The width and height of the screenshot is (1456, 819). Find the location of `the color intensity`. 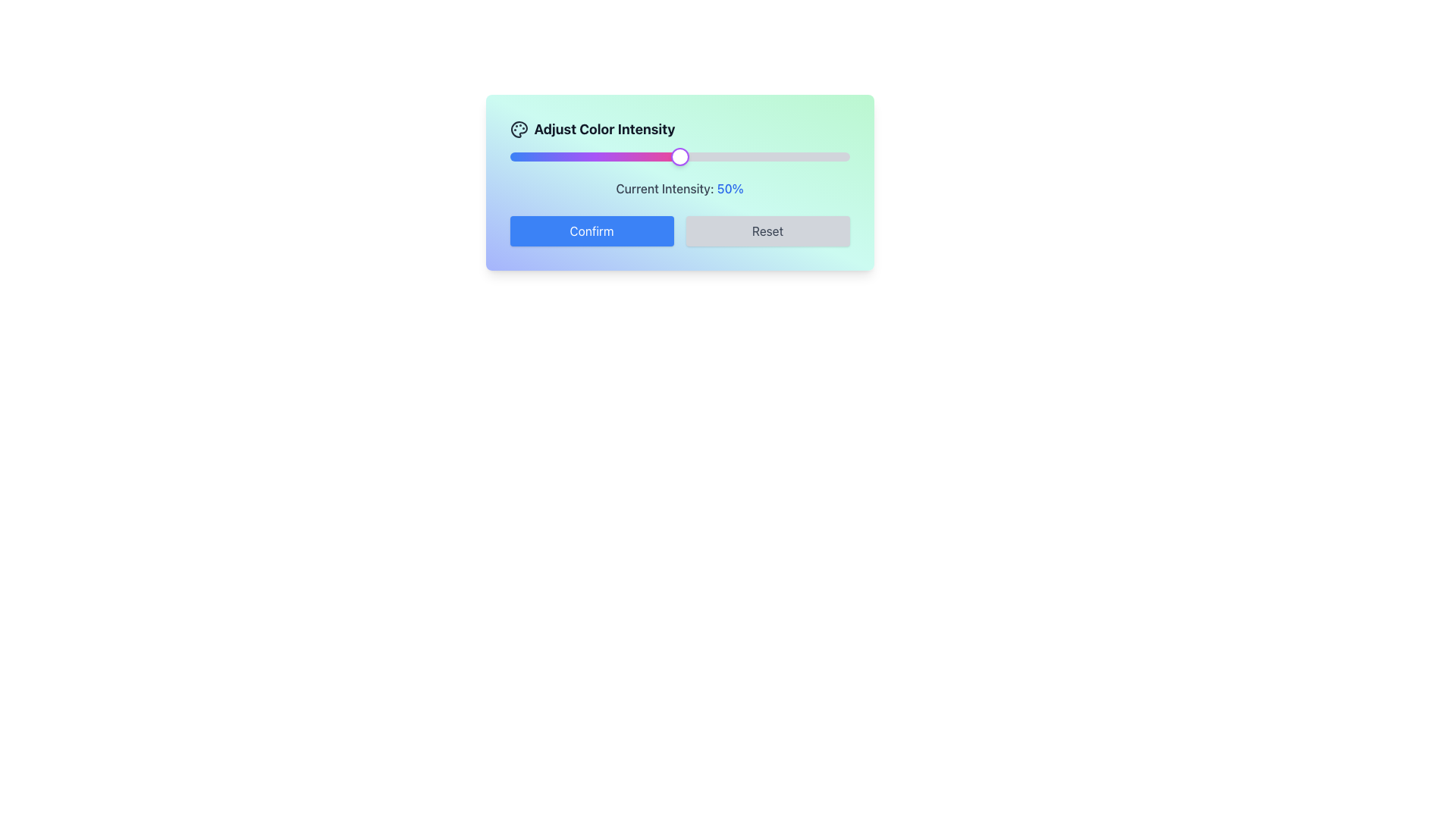

the color intensity is located at coordinates (591, 157).